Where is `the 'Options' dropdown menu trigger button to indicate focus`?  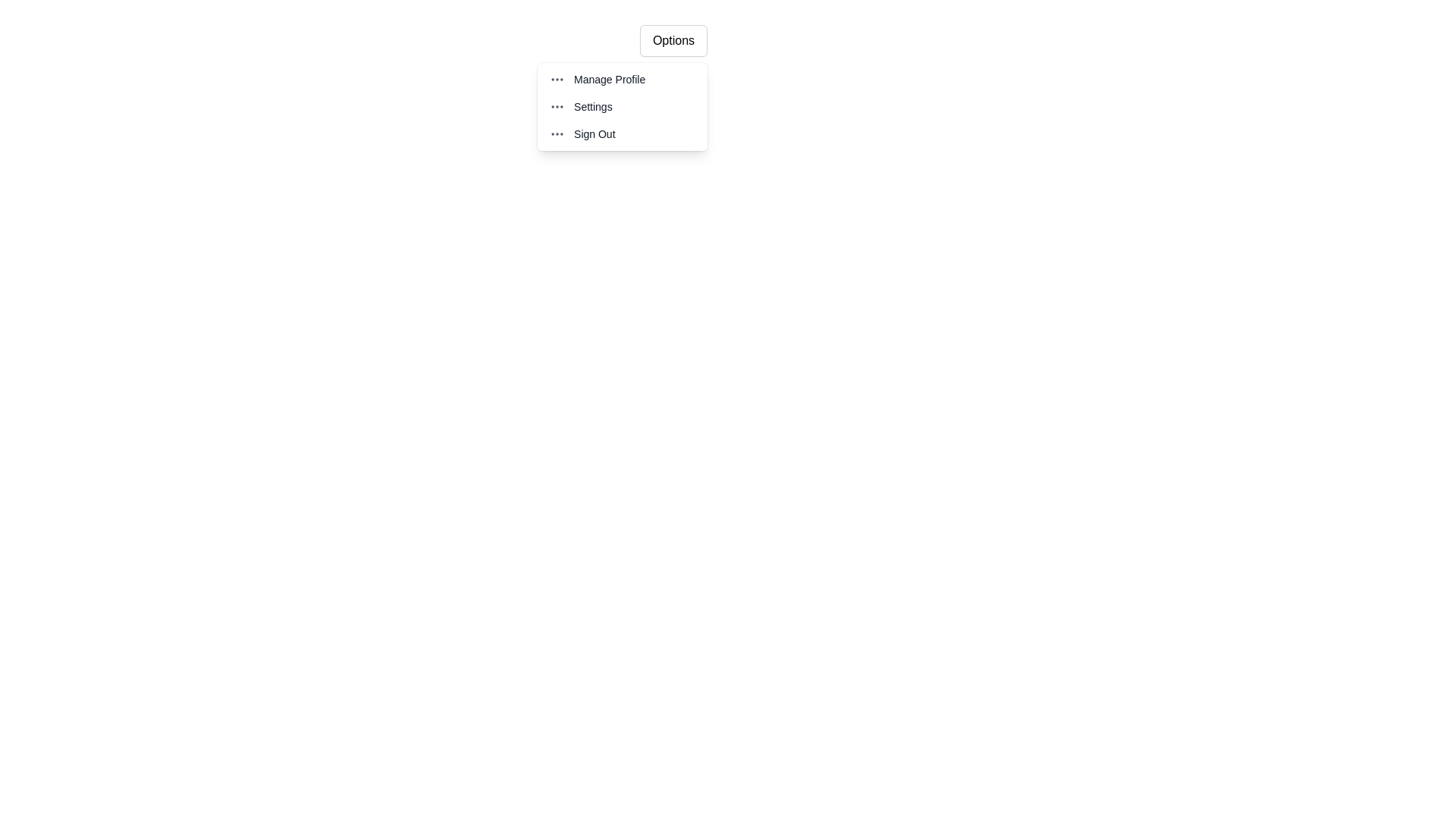
the 'Options' dropdown menu trigger button to indicate focus is located at coordinates (673, 40).